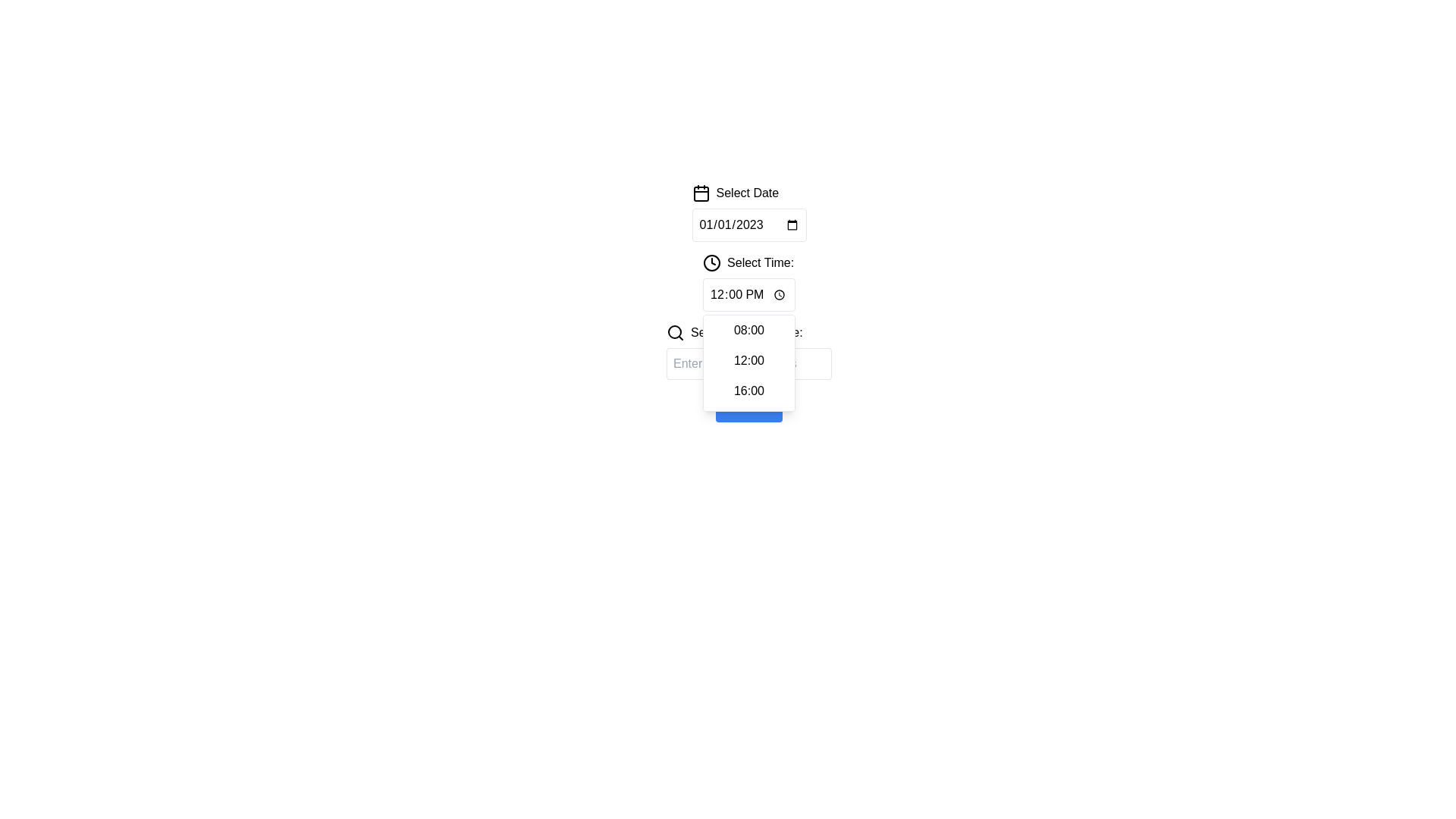  What do you see at coordinates (711, 262) in the screenshot?
I see `the clock icon with a circular design and clock hands, which is positioned next to the text 'Select Time:' in the interface` at bounding box center [711, 262].